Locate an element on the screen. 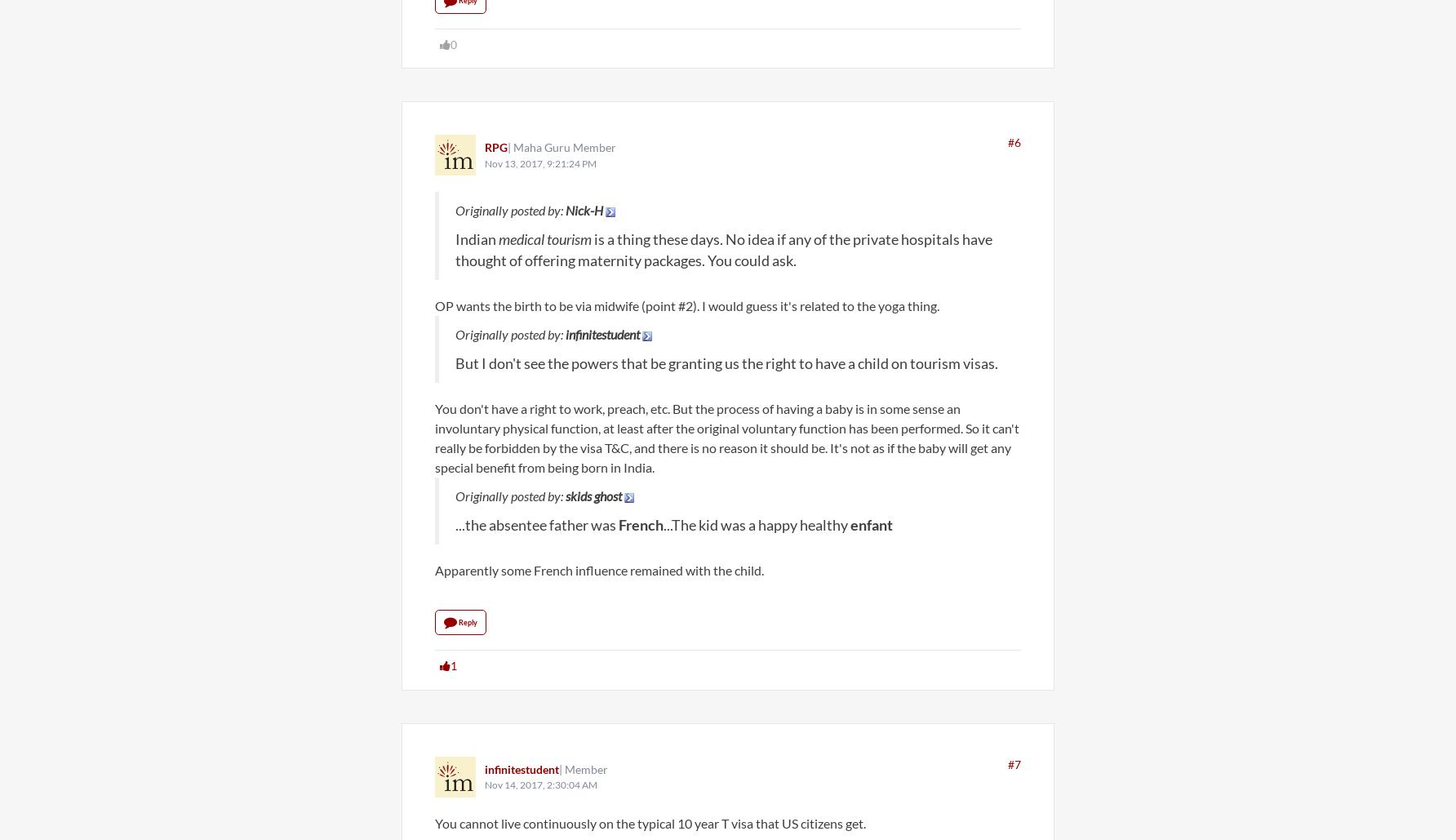  '| Maha Guru Member' is located at coordinates (562, 147).